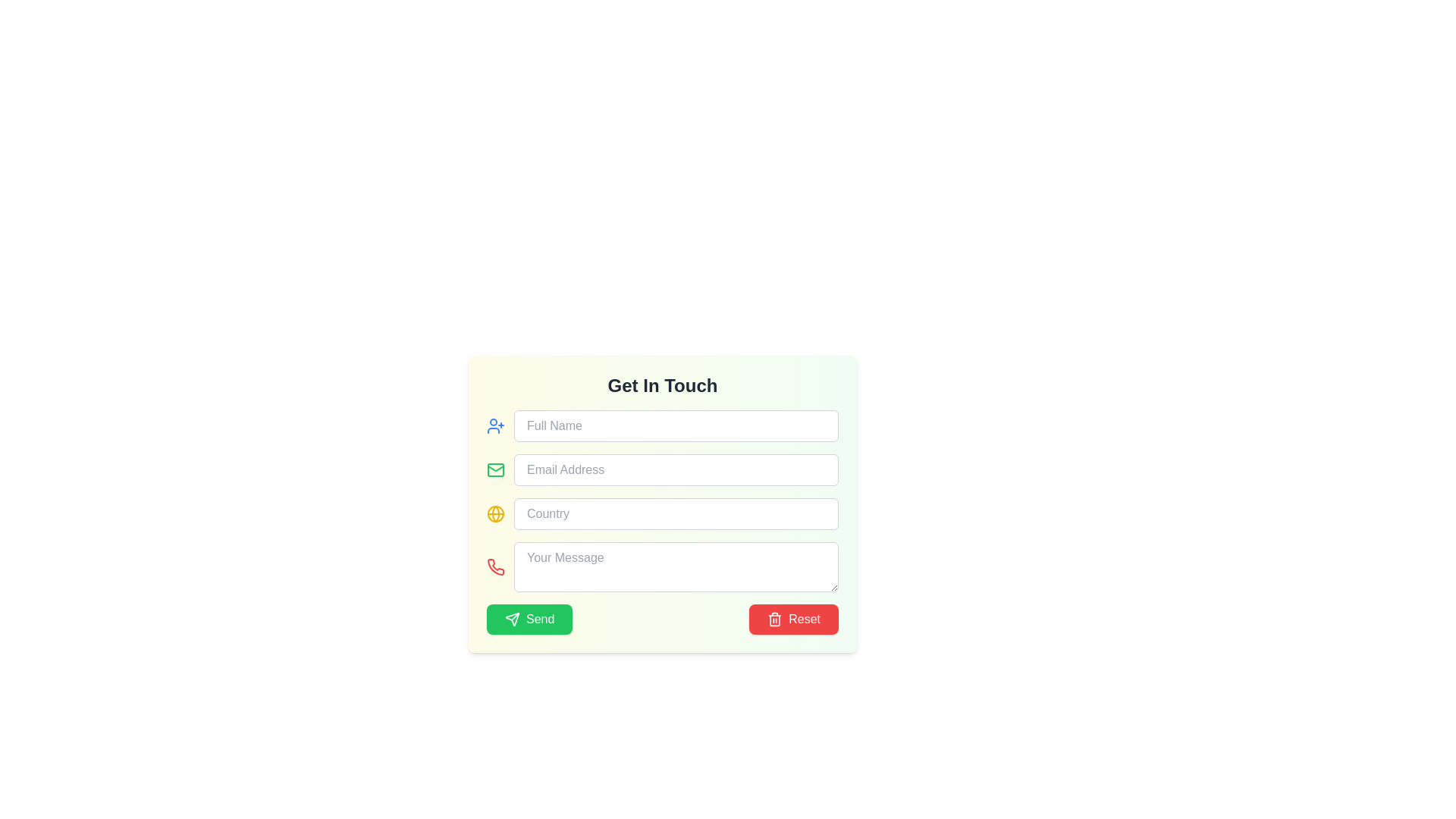  I want to click on the green mail icon that symbolizes the email input field, located to the left of the 'Email Address' input field in the contact form interface, so click(495, 467).